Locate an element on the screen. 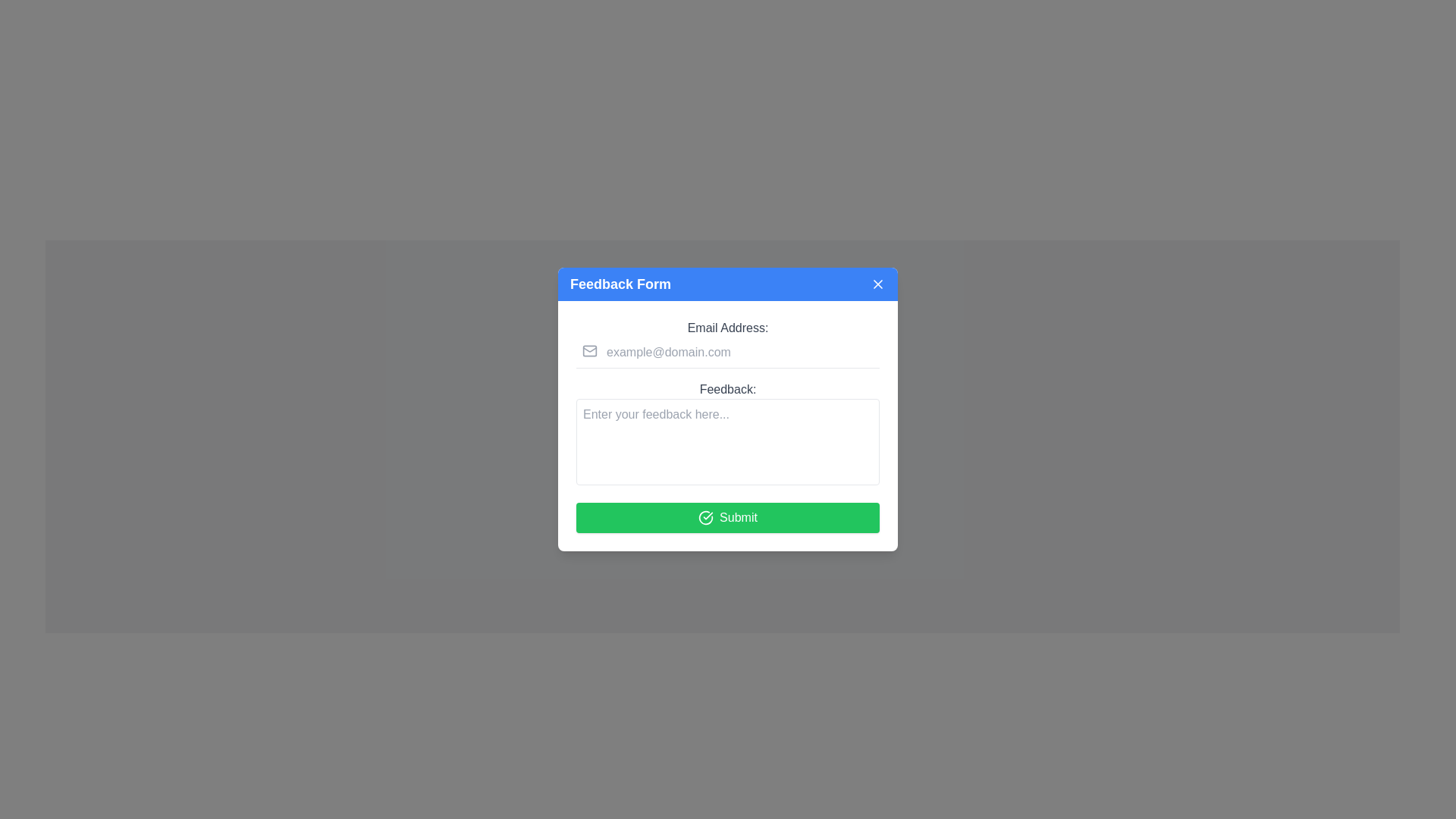  text from the Label that says 'Feedback:', which is styled in a medium-weight gray font and positioned above the textarea input is located at coordinates (728, 388).